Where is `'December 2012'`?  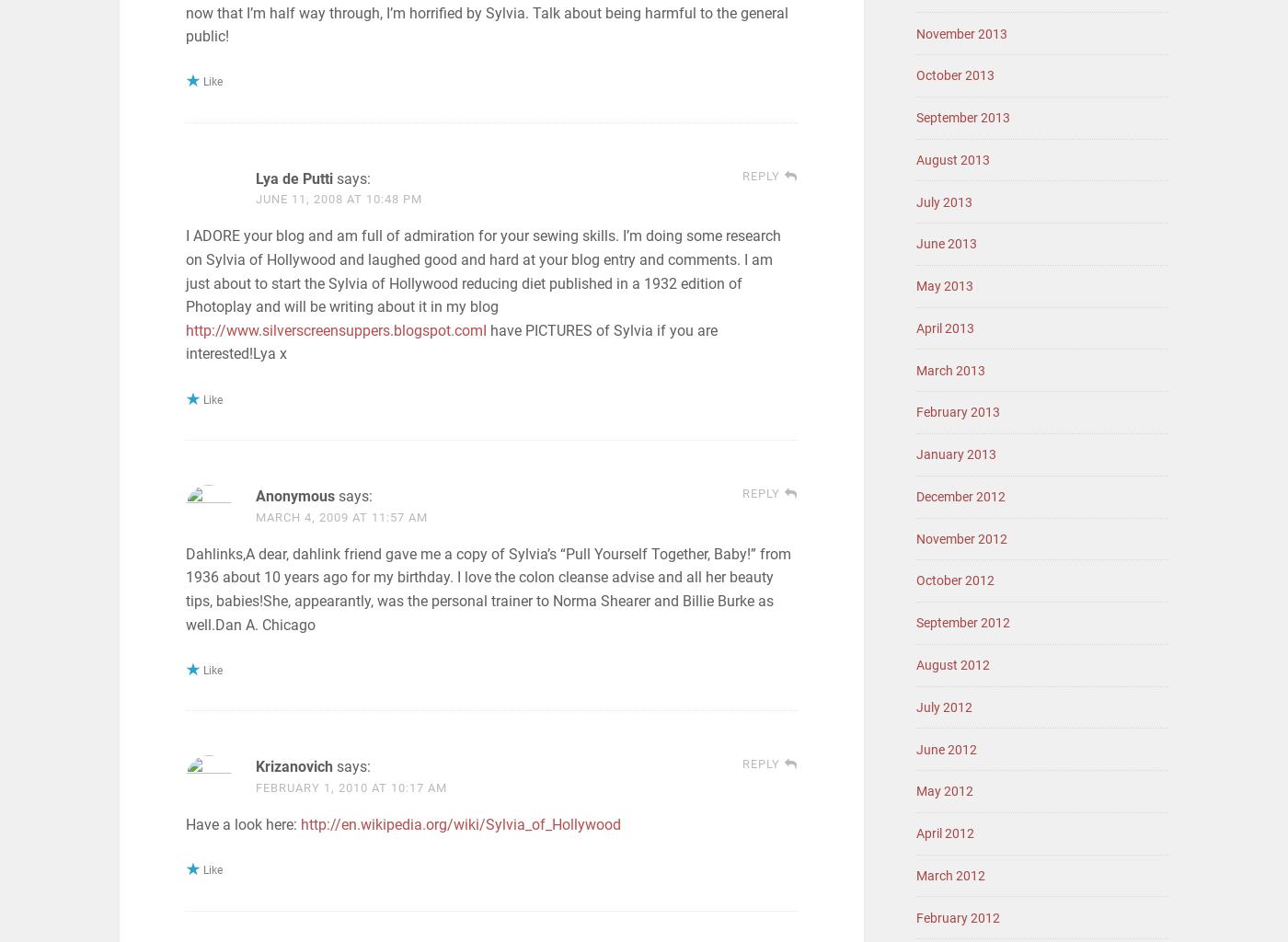
'December 2012' is located at coordinates (915, 496).